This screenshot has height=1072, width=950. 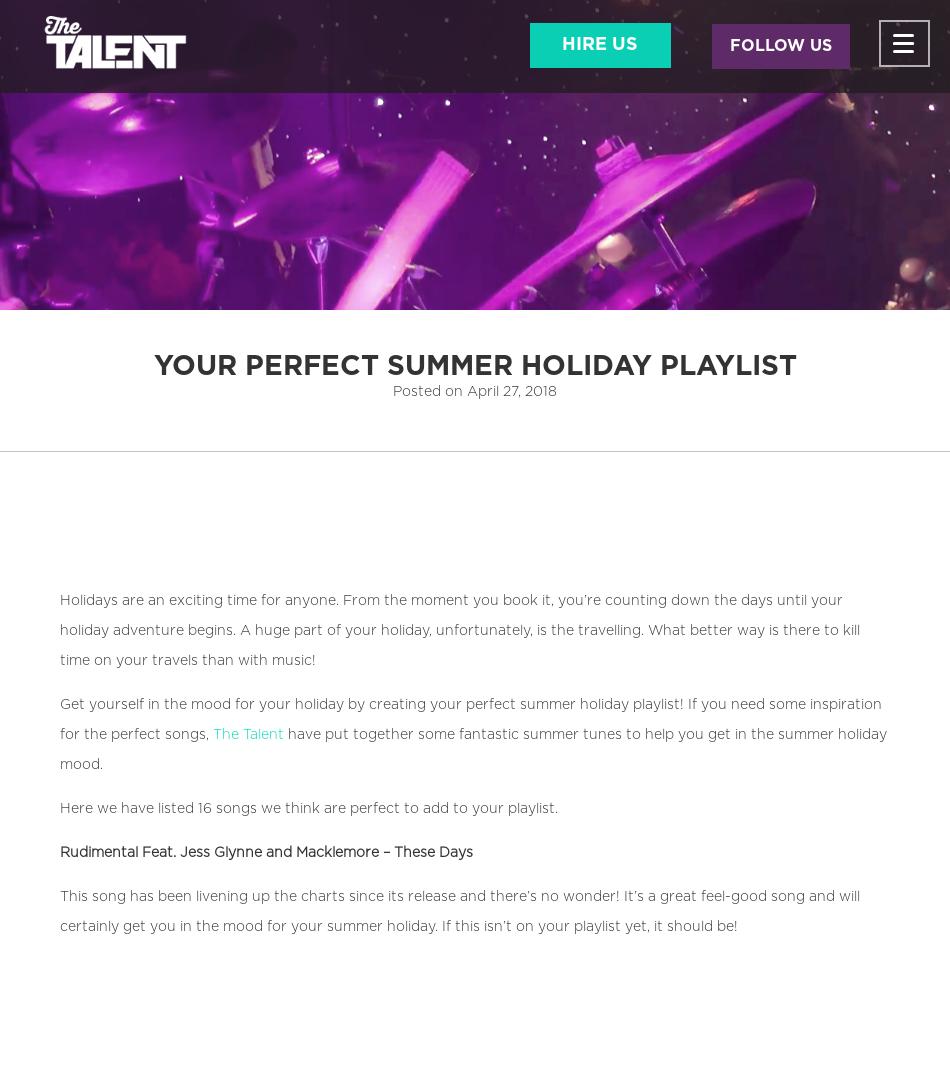 I want to click on 'The Talent', so click(x=212, y=733).